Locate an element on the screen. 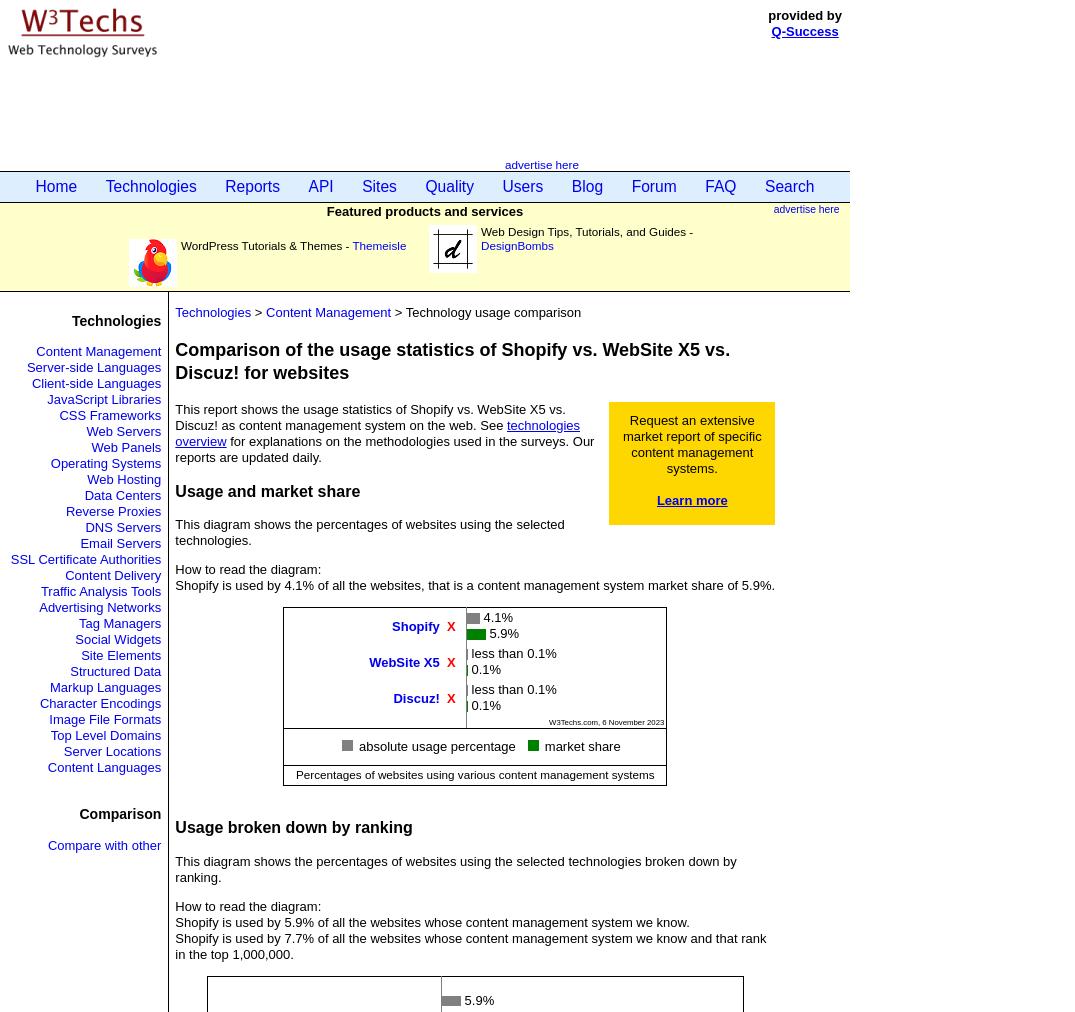 The height and width of the screenshot is (1012, 1075). 'W3Techs.com, 6 November 2023' is located at coordinates (549, 722).